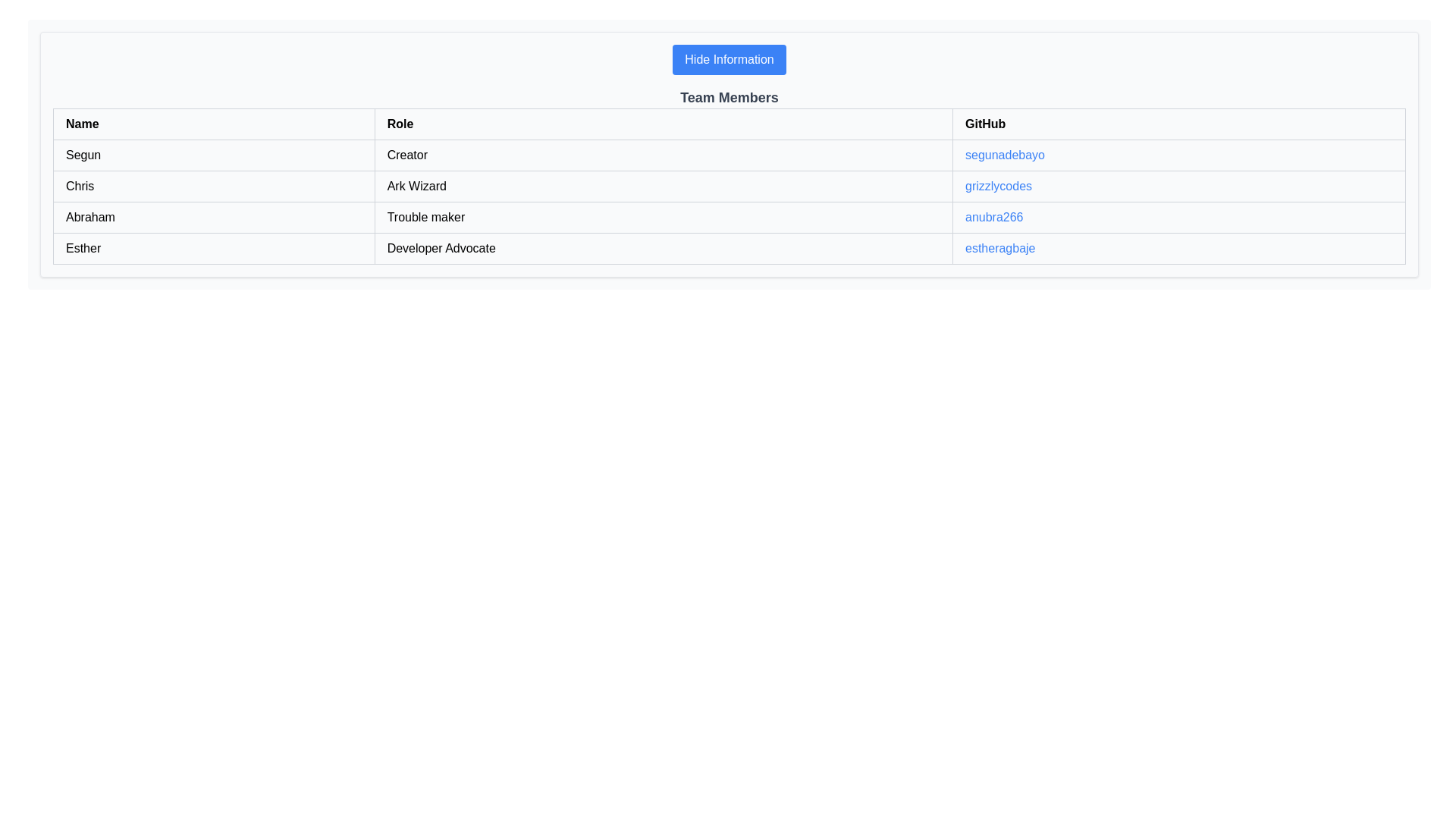 This screenshot has height=819, width=1456. Describe the element at coordinates (729, 186) in the screenshot. I see `the hyperlink 'grizzlycodes' in the table row for the individual 'Chris', who is an 'Ark Wizard'` at that location.